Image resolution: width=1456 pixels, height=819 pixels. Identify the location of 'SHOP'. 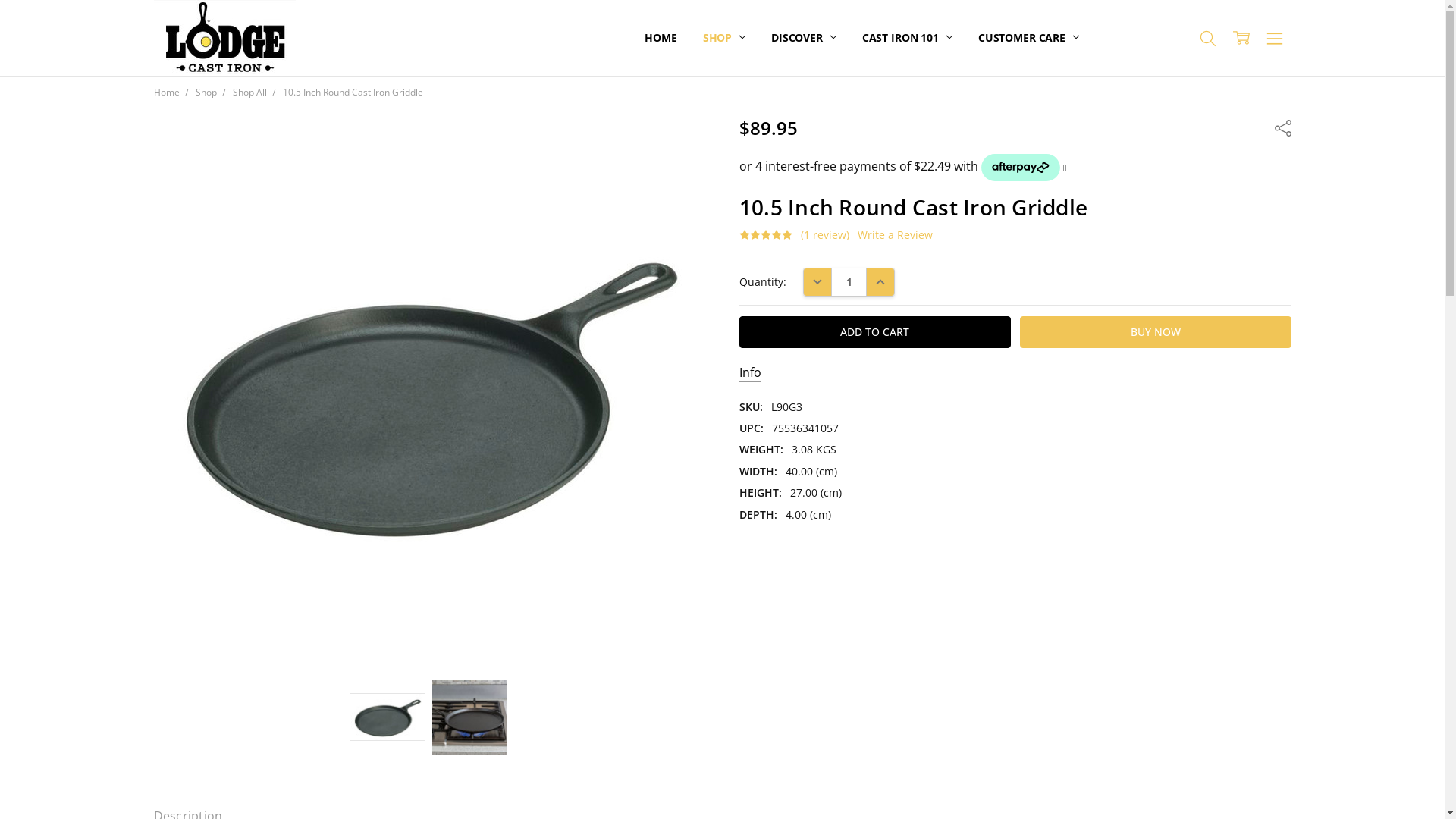
(723, 36).